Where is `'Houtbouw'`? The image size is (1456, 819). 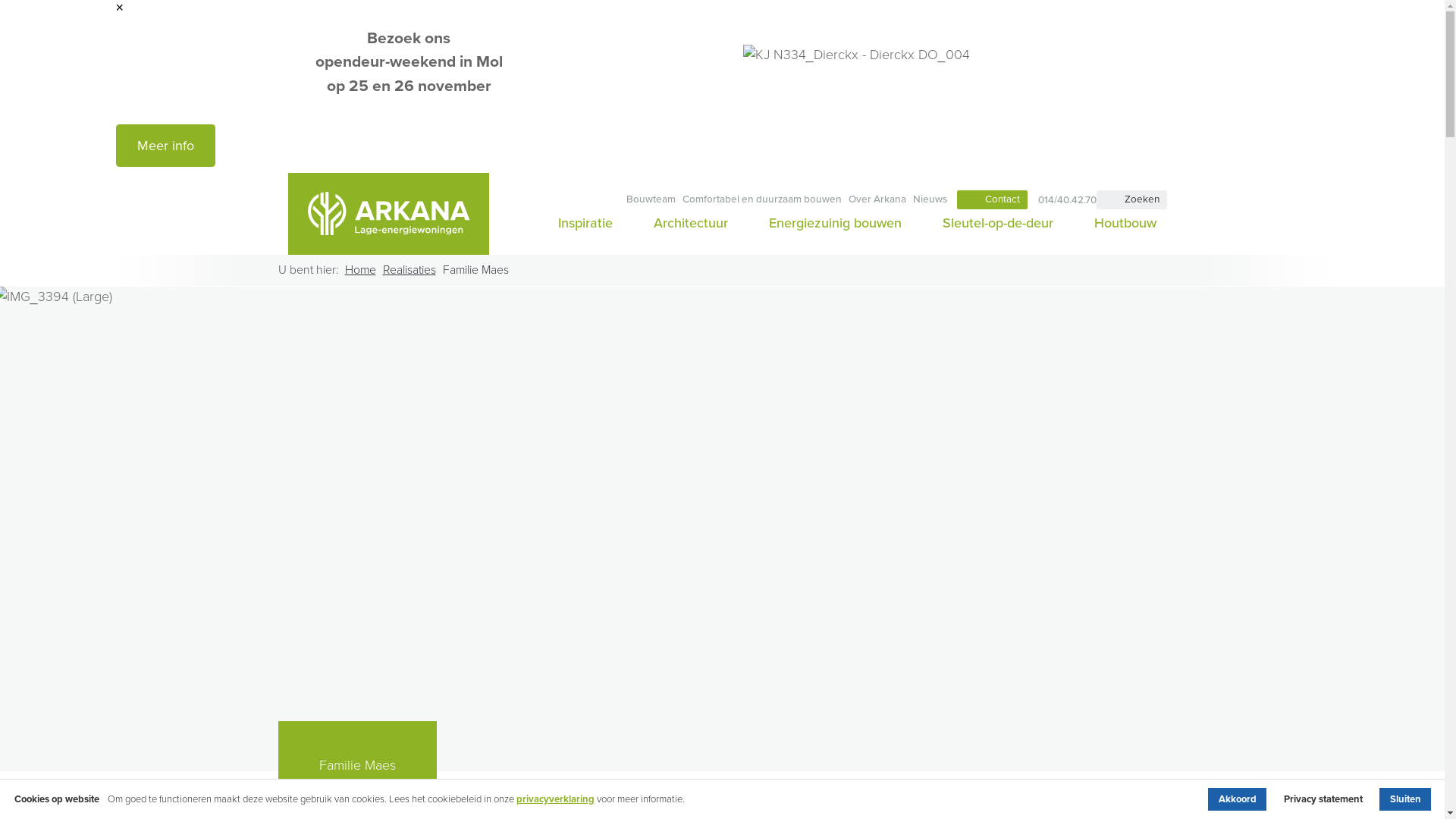 'Houtbouw' is located at coordinates (1121, 223).